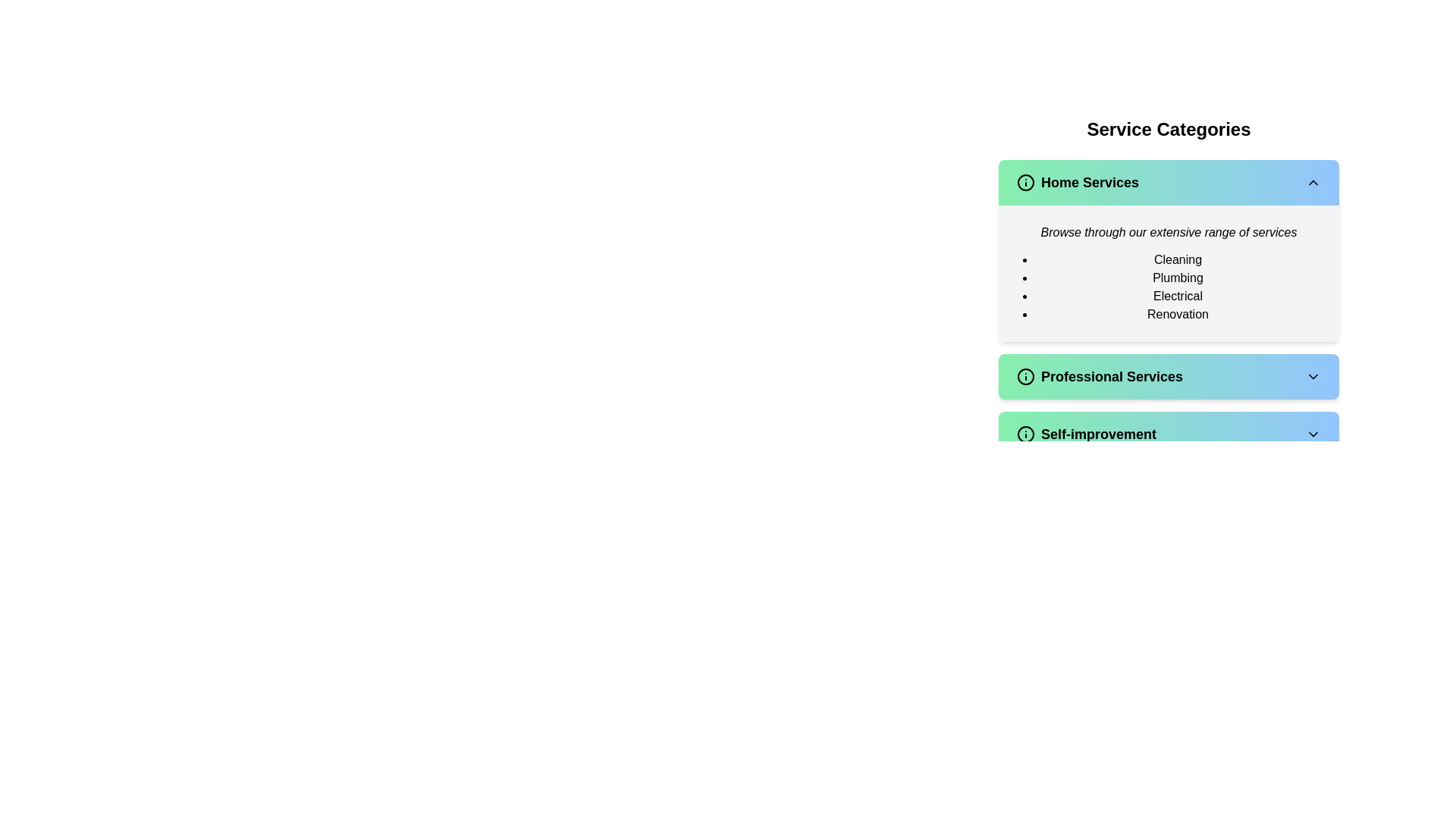 The width and height of the screenshot is (1456, 819). Describe the element at coordinates (1313, 435) in the screenshot. I see `the center of the down arrow icon` at that location.